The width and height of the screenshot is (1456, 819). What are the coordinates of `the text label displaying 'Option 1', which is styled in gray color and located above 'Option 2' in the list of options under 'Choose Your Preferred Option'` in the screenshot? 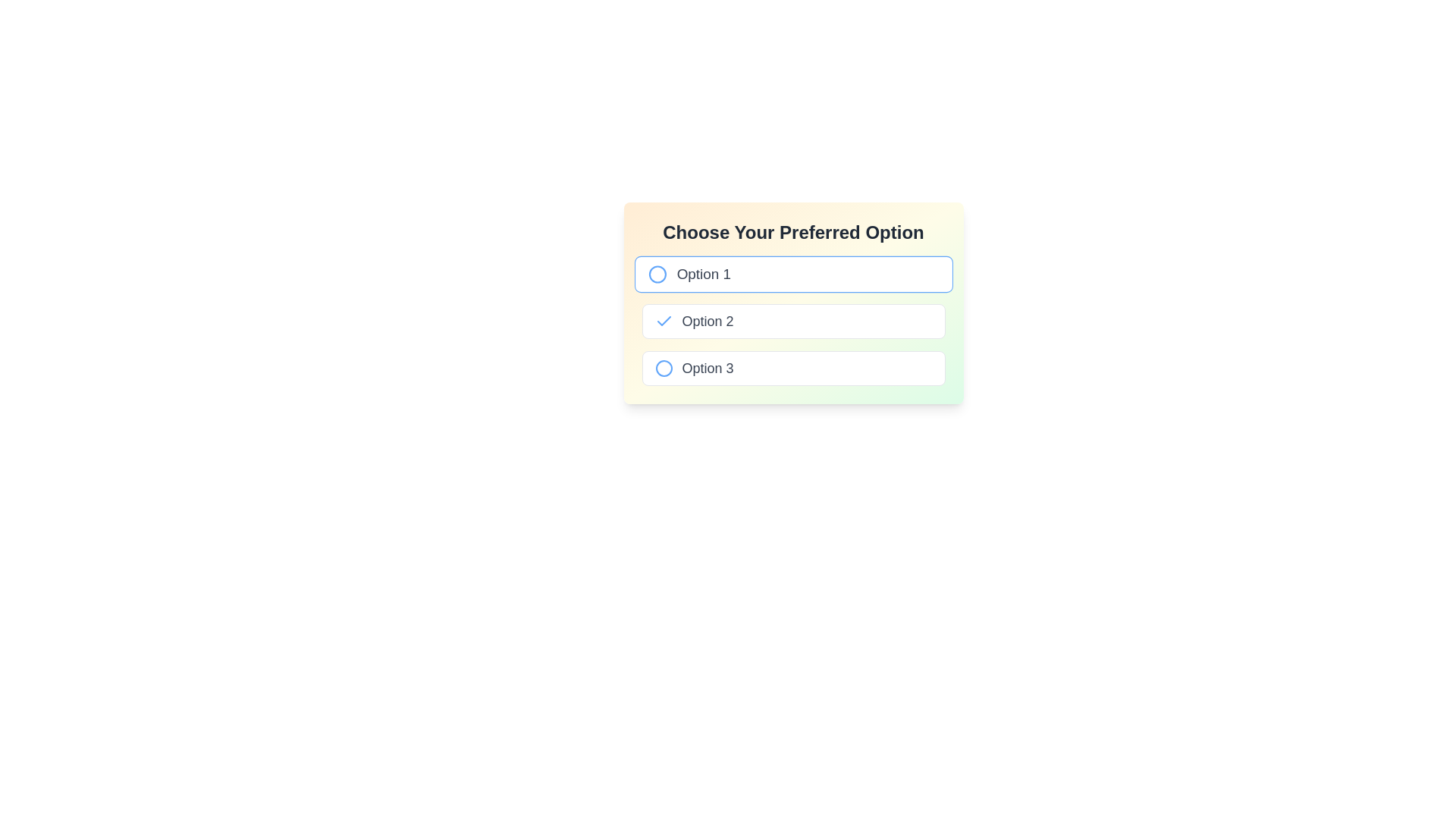 It's located at (702, 275).